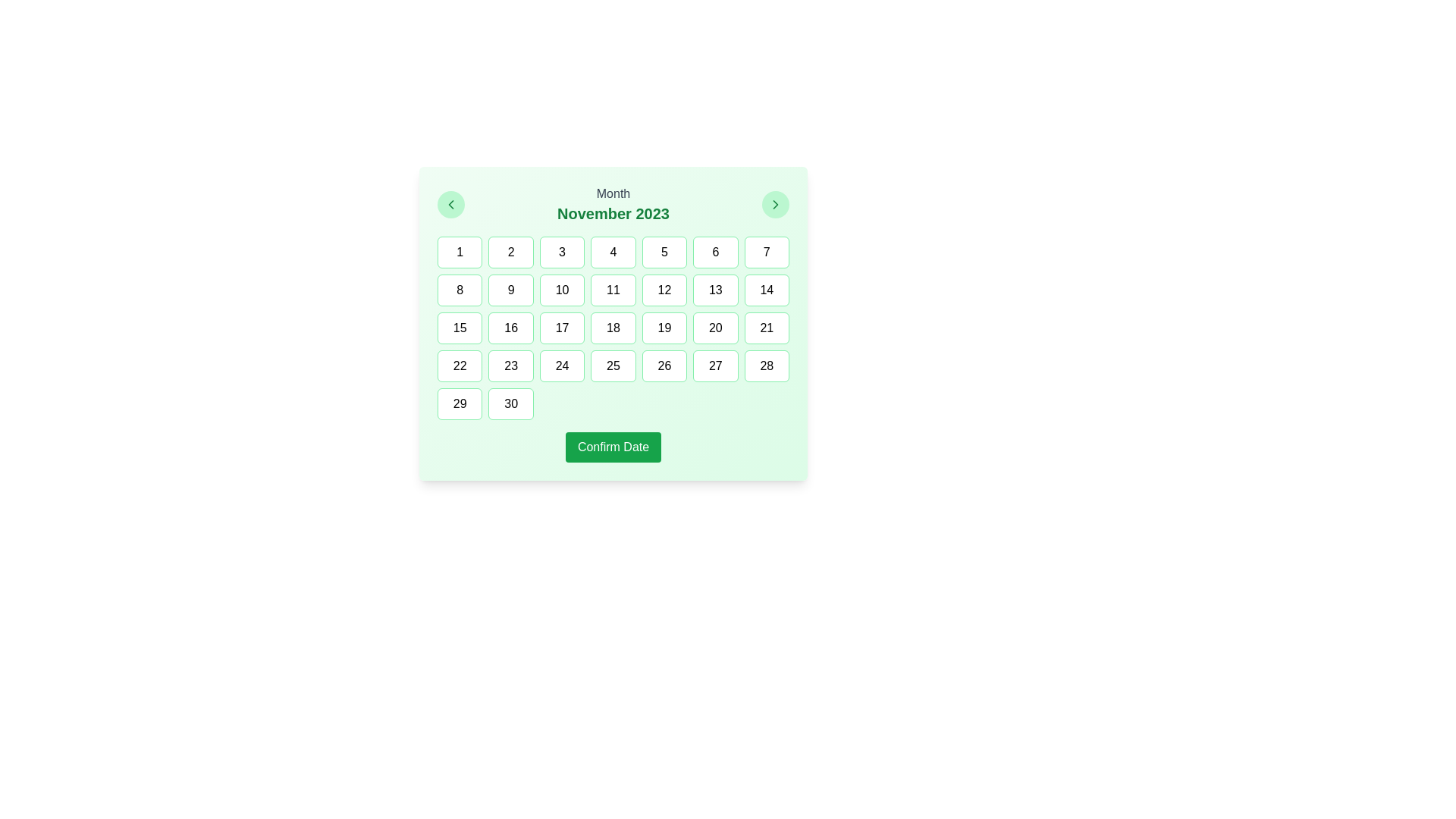  I want to click on the button labeled '12' which is a rectangular UI component with rounded corners, white background, and green border, so click(664, 290).